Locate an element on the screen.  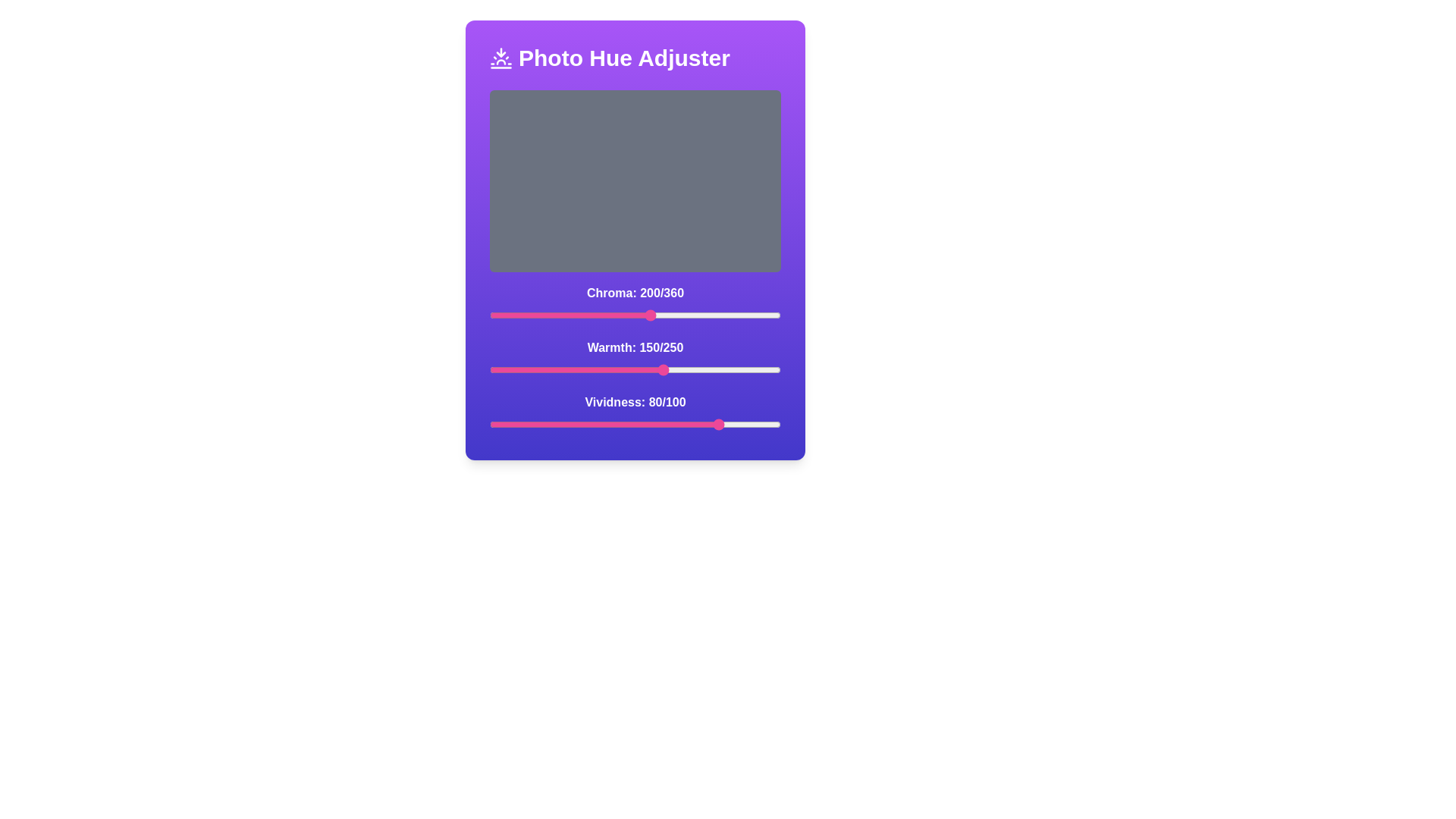
the warmth slider to 36 value is located at coordinates (532, 370).